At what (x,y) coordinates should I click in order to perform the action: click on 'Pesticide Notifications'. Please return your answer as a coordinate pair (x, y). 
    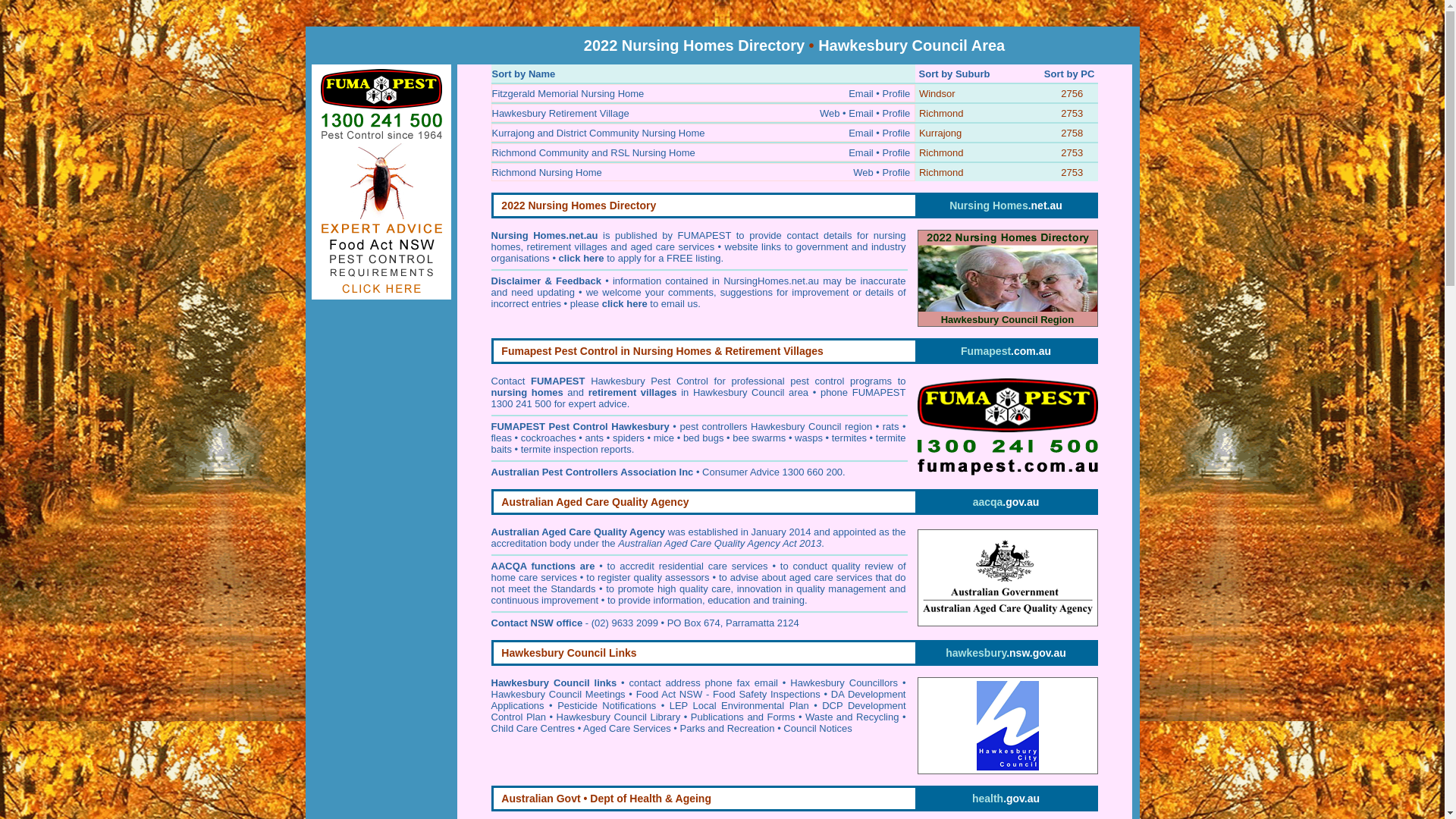
    Looking at the image, I should click on (607, 705).